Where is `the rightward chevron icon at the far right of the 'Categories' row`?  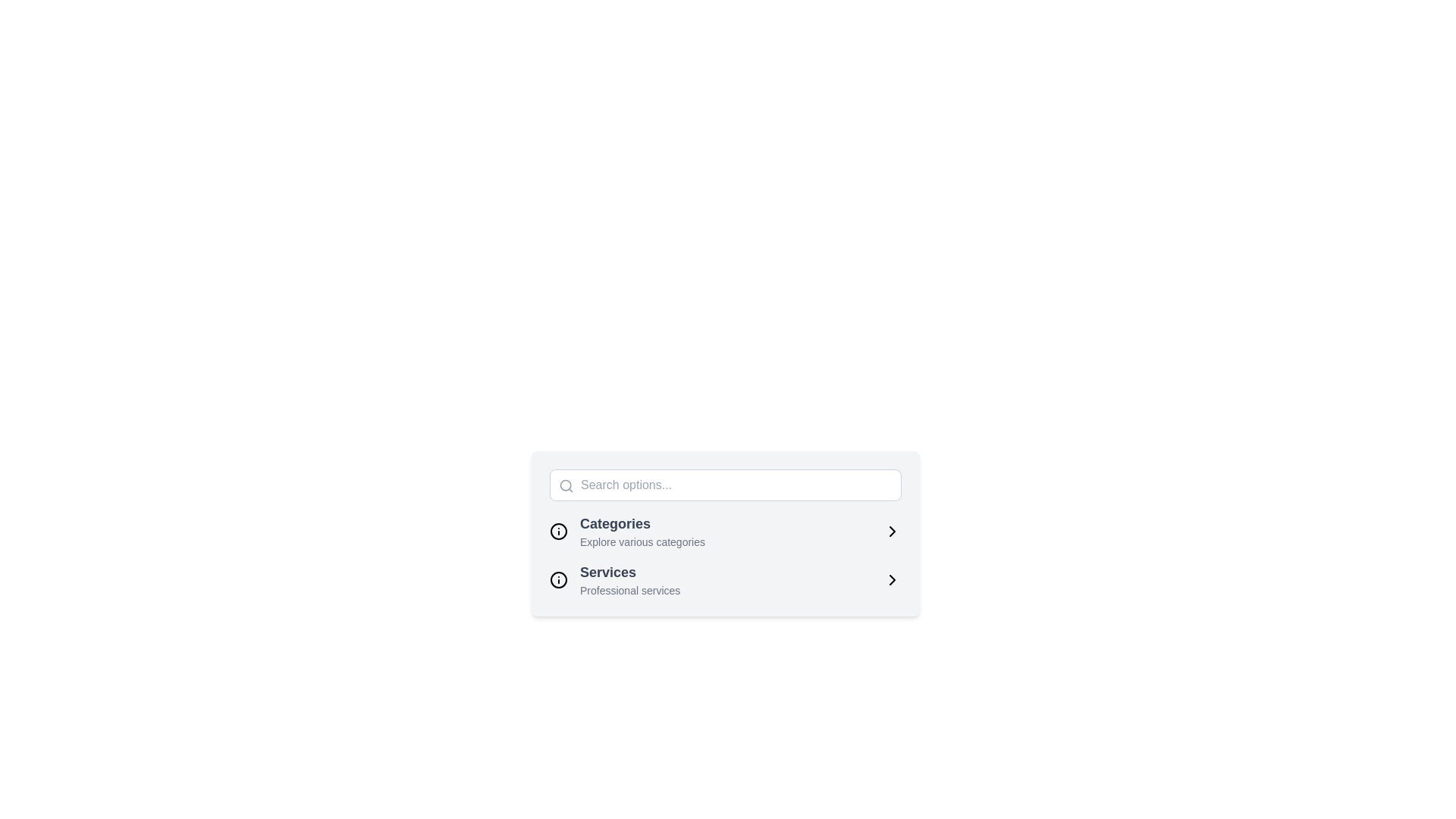 the rightward chevron icon at the far right of the 'Categories' row is located at coordinates (892, 531).